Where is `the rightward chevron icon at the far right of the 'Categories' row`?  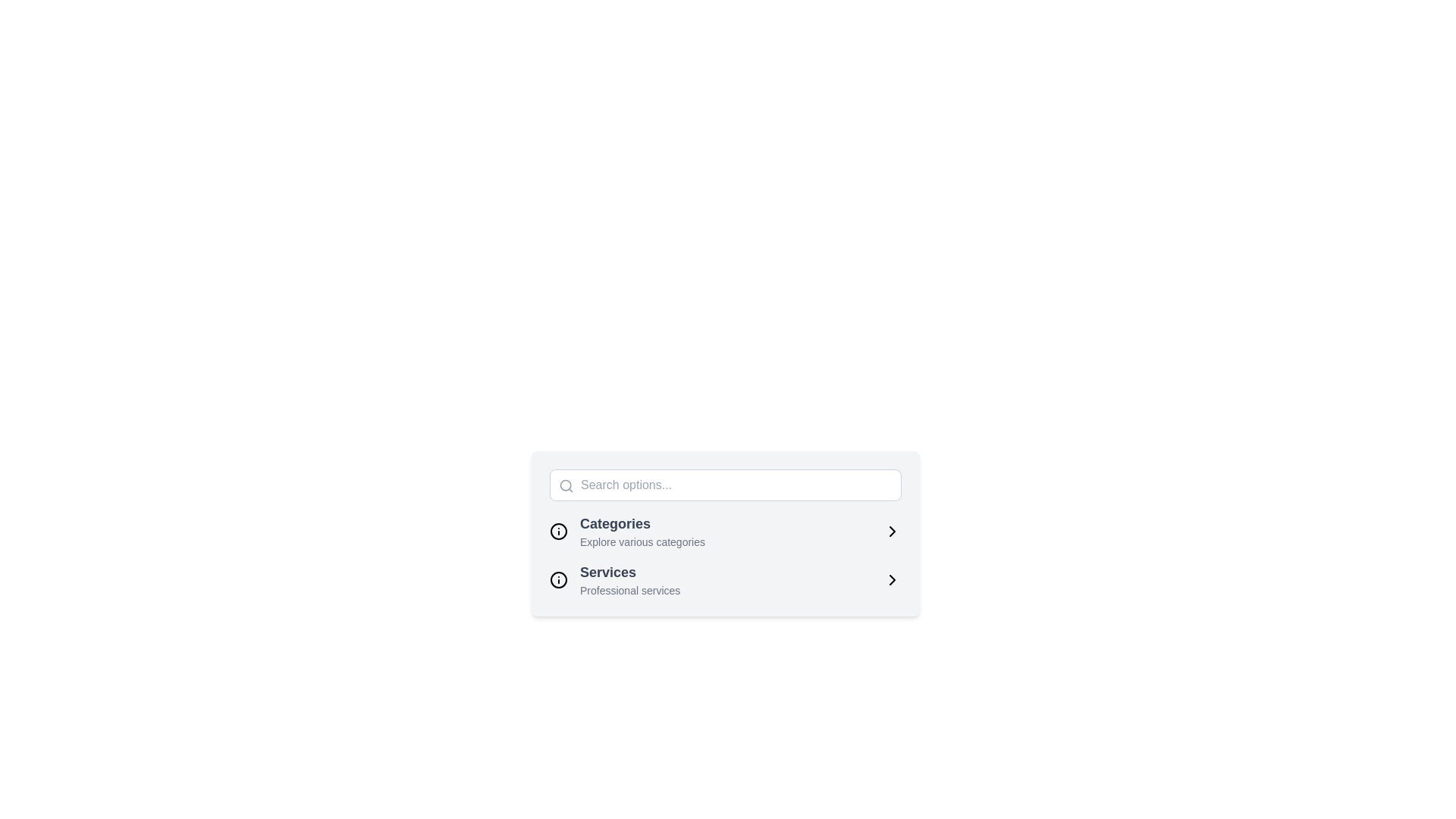 the rightward chevron icon at the far right of the 'Categories' row is located at coordinates (892, 531).